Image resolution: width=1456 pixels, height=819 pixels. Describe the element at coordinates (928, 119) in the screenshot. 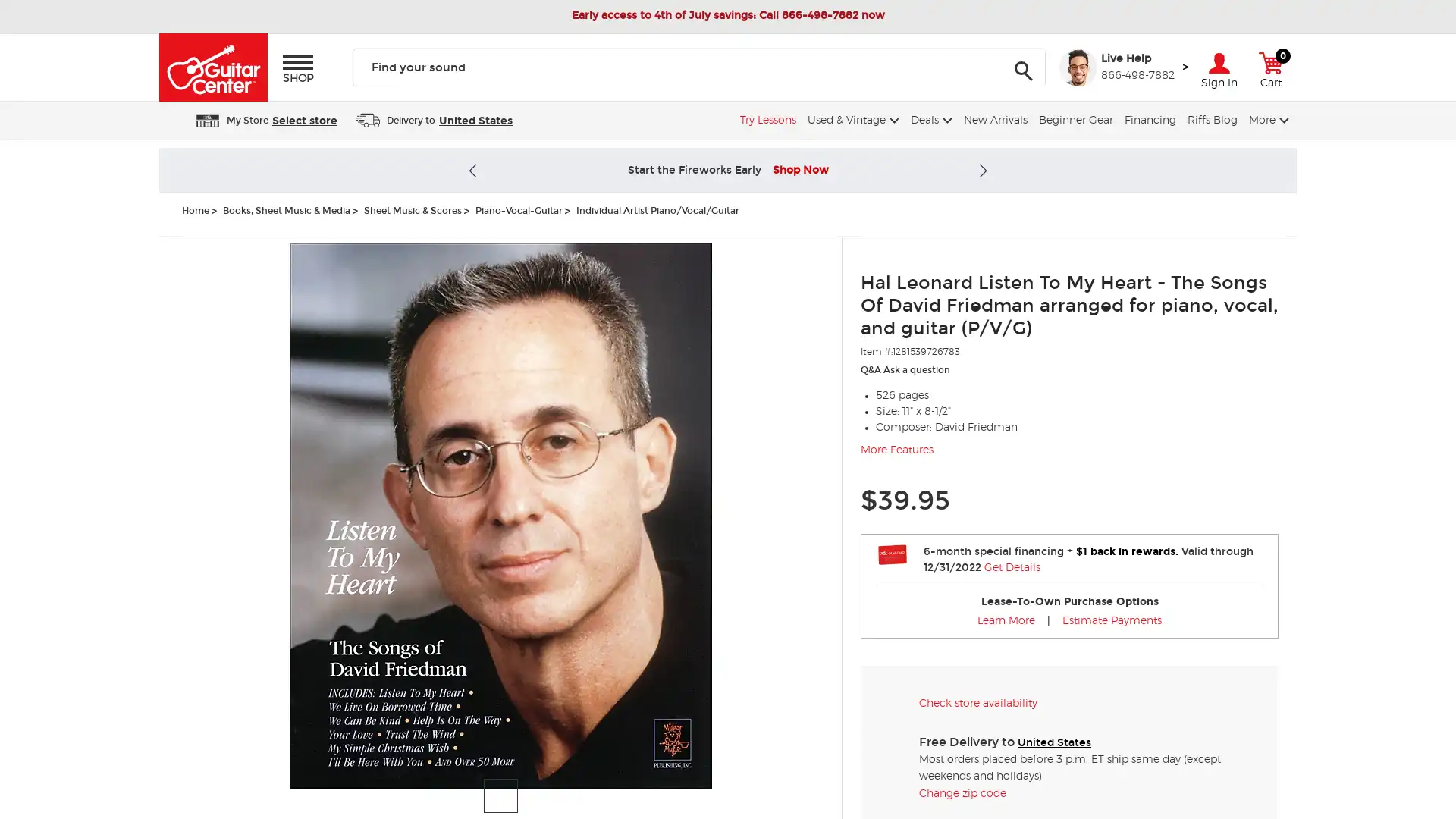

I see `Deals` at that location.